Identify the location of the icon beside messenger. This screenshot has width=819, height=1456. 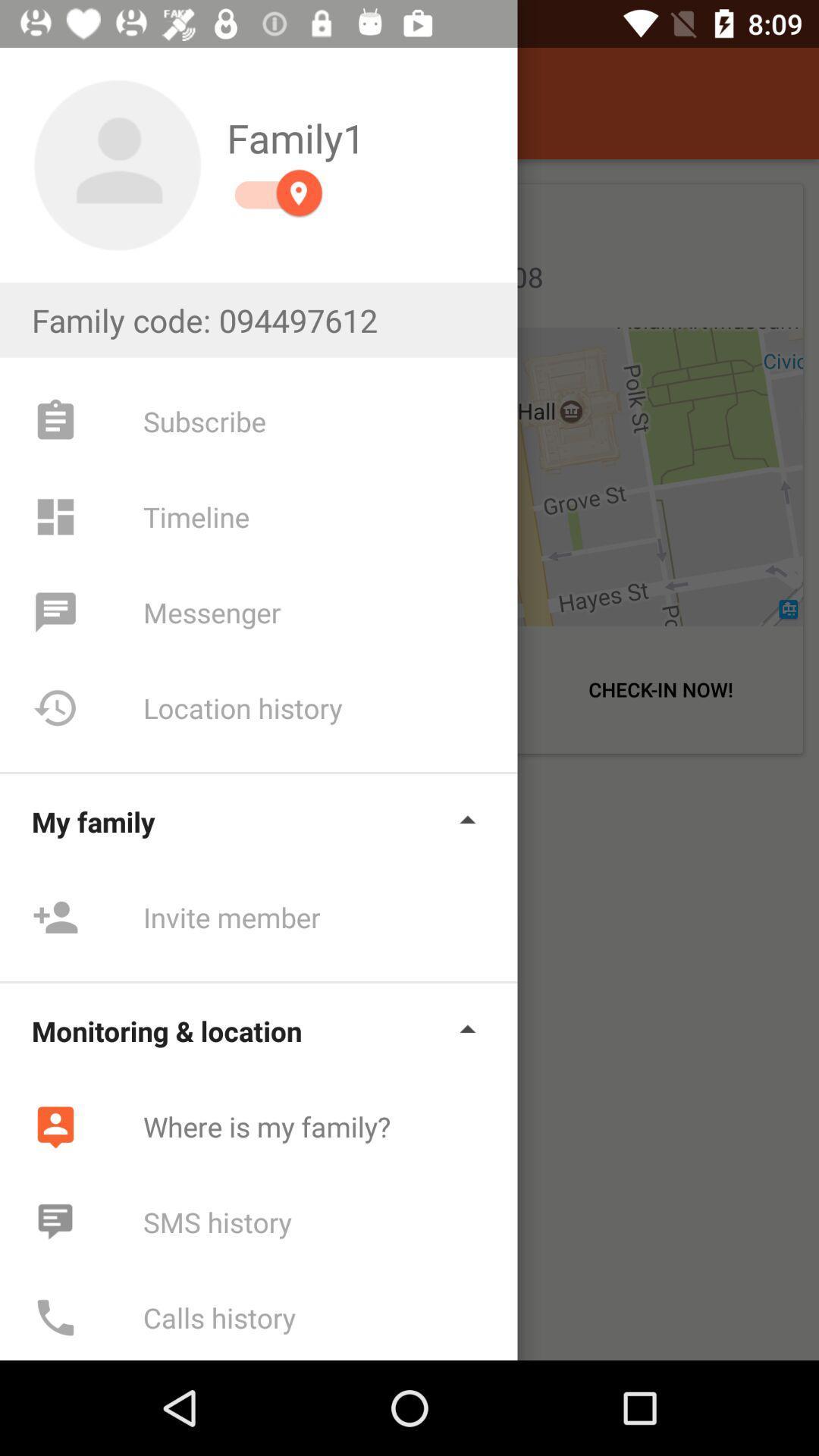
(55, 612).